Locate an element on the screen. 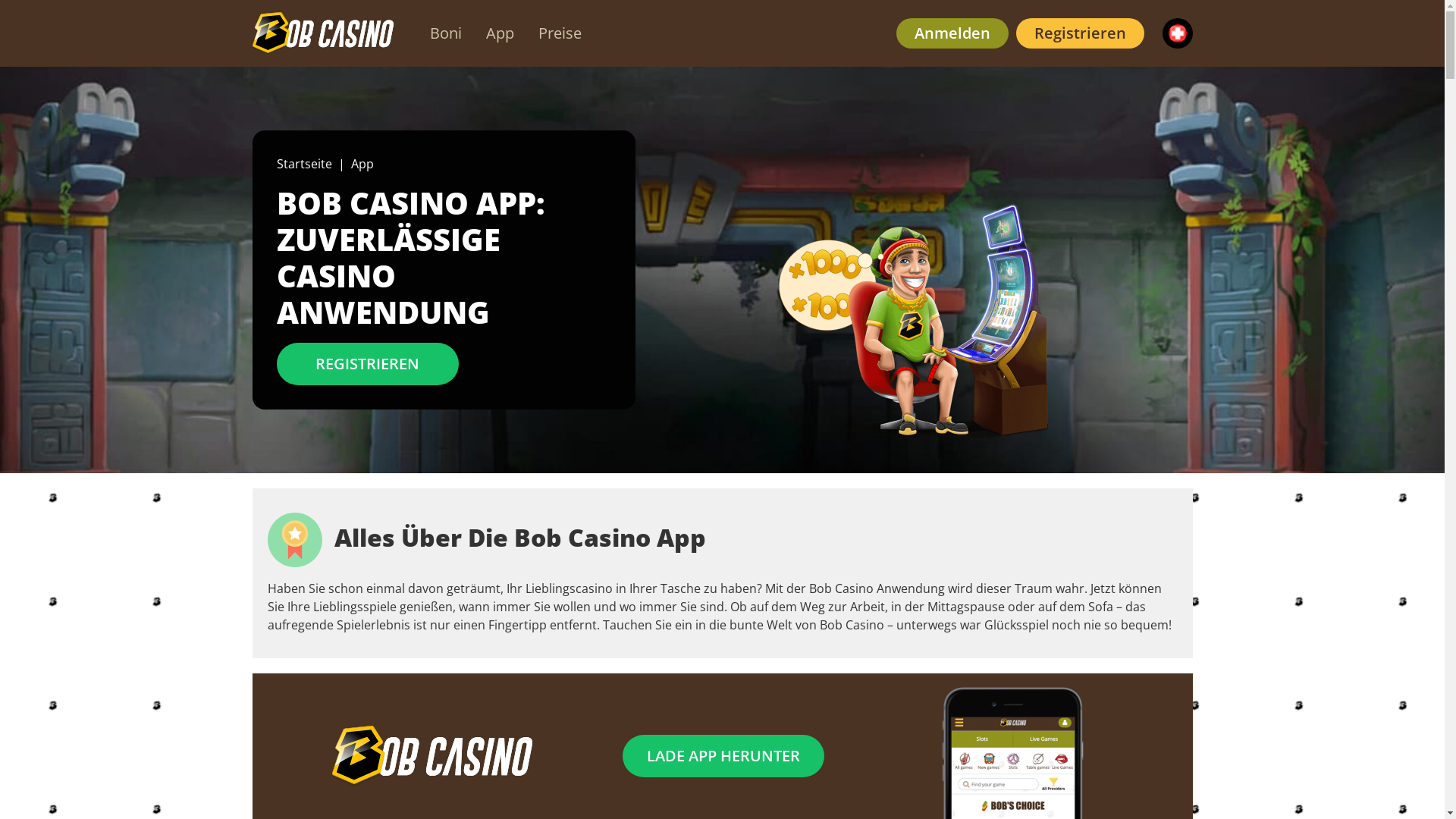 The height and width of the screenshot is (819, 1456). 'REGISTRIEREN' is located at coordinates (367, 363).